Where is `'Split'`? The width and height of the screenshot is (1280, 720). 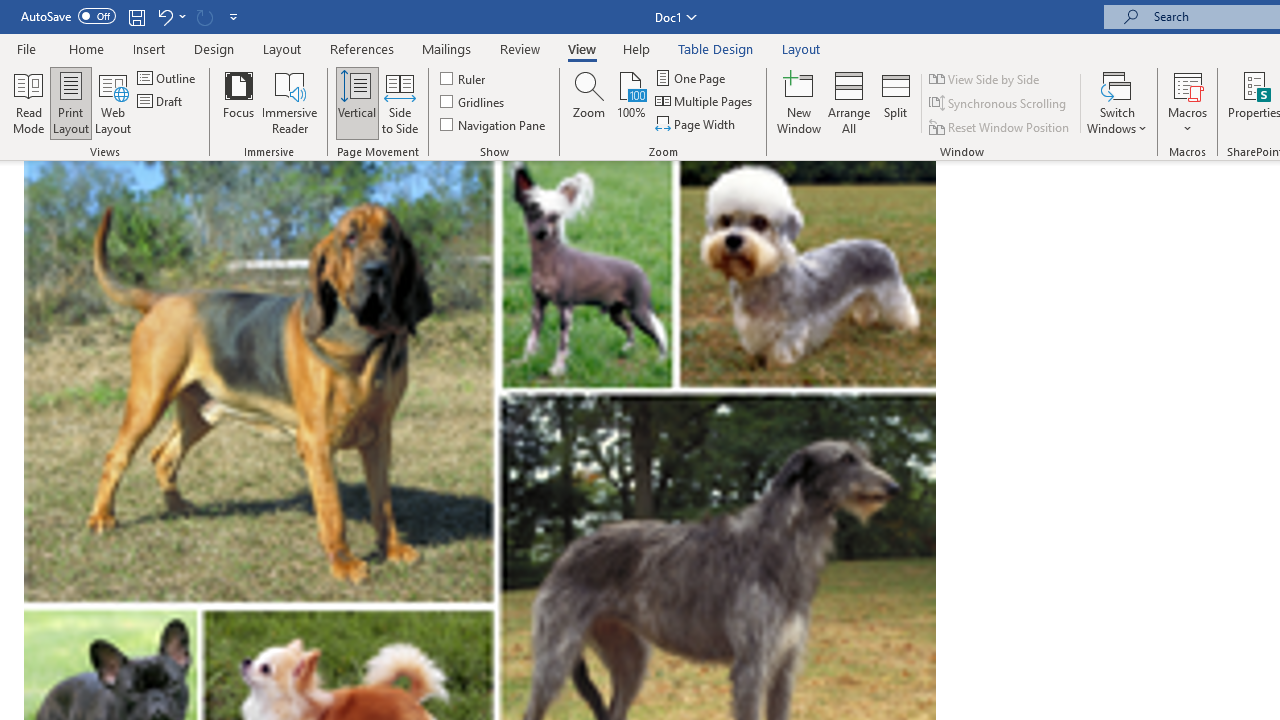
'Split' is located at coordinates (895, 103).